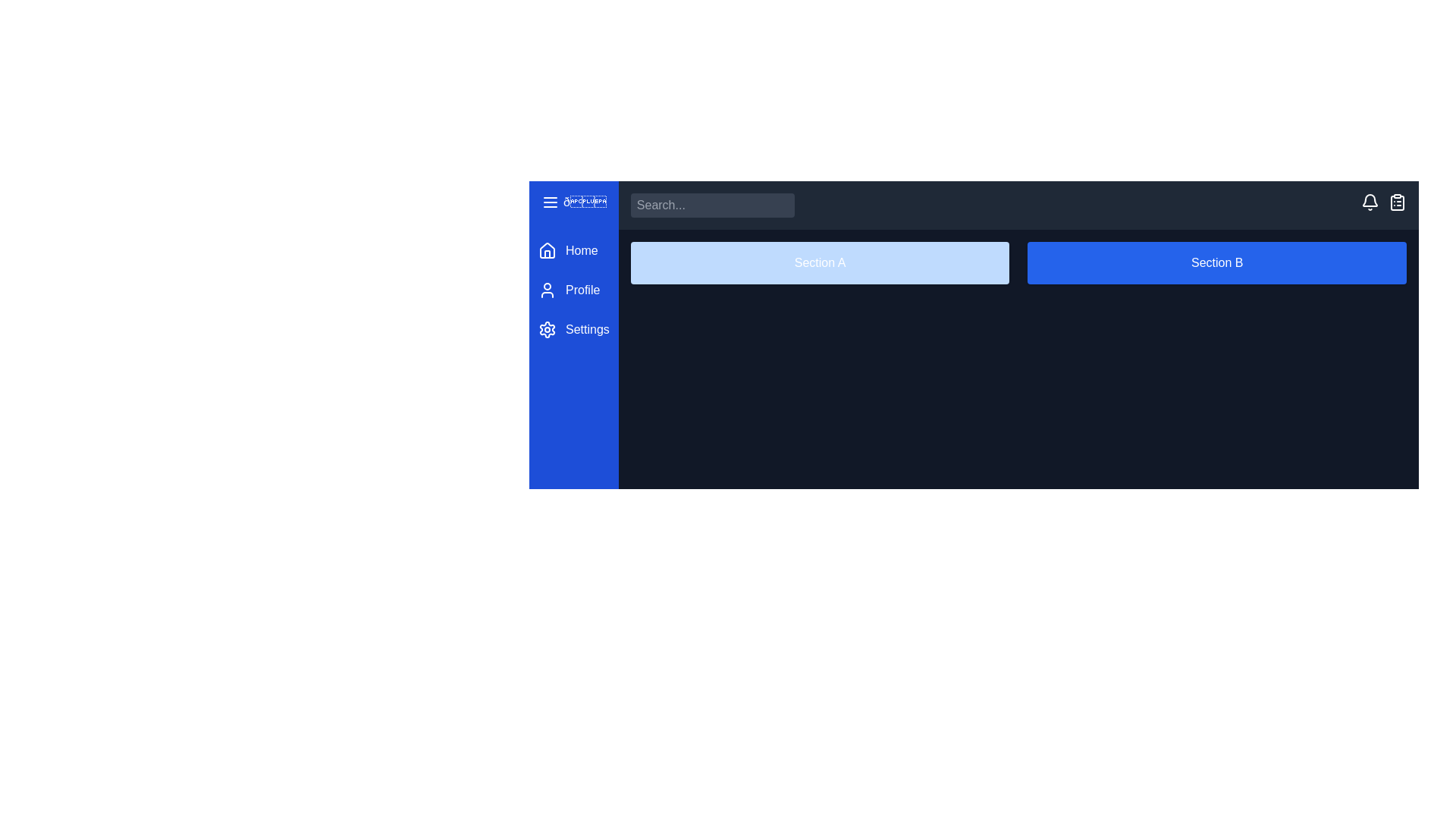  Describe the element at coordinates (1397, 201) in the screenshot. I see `the clipboard icon located at the top-right corner of the interface, next to the bell icon, and above the content section labeled 'Section B'` at that location.